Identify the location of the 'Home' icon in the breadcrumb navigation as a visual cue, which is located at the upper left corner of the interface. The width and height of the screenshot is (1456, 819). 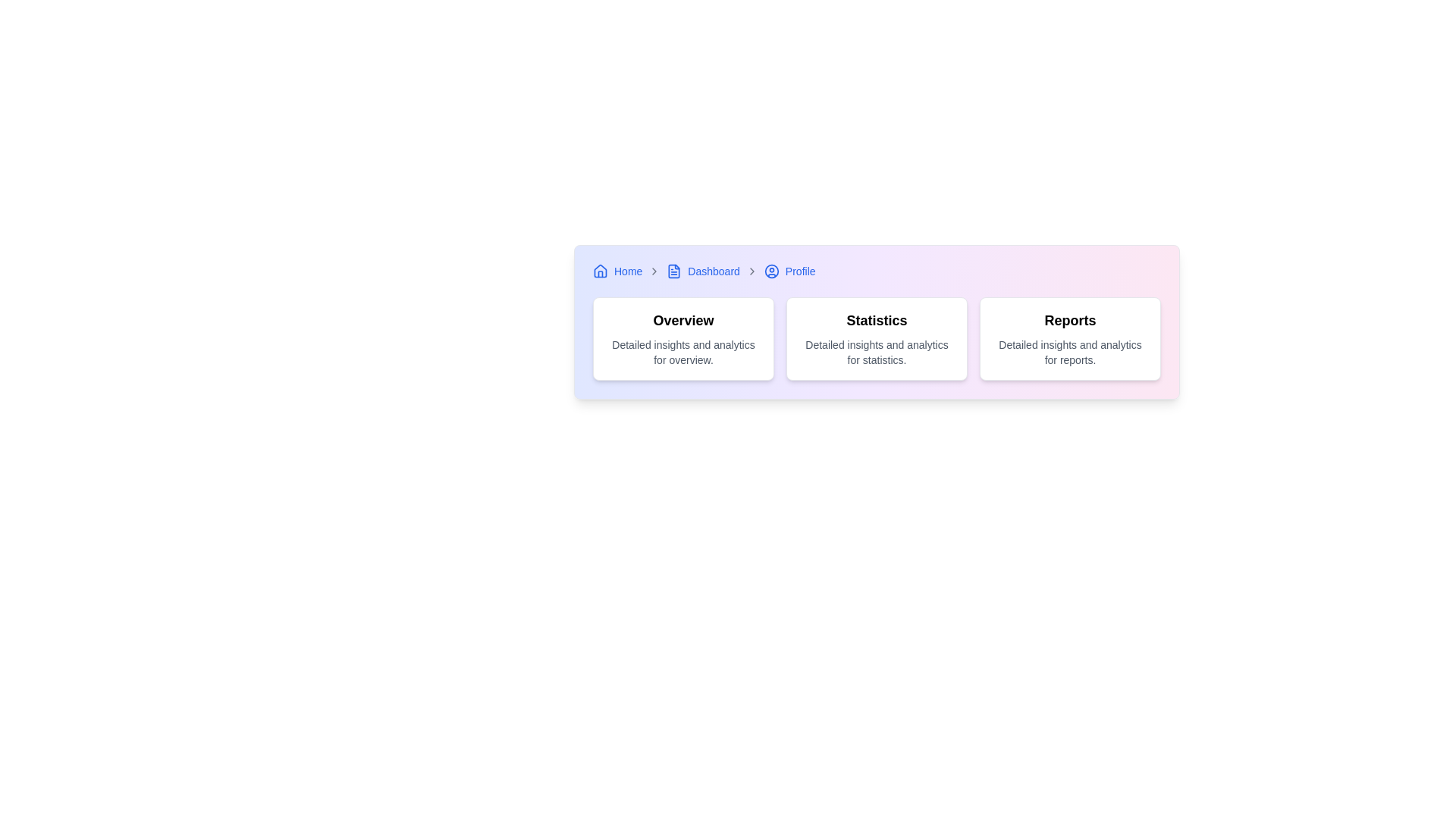
(600, 271).